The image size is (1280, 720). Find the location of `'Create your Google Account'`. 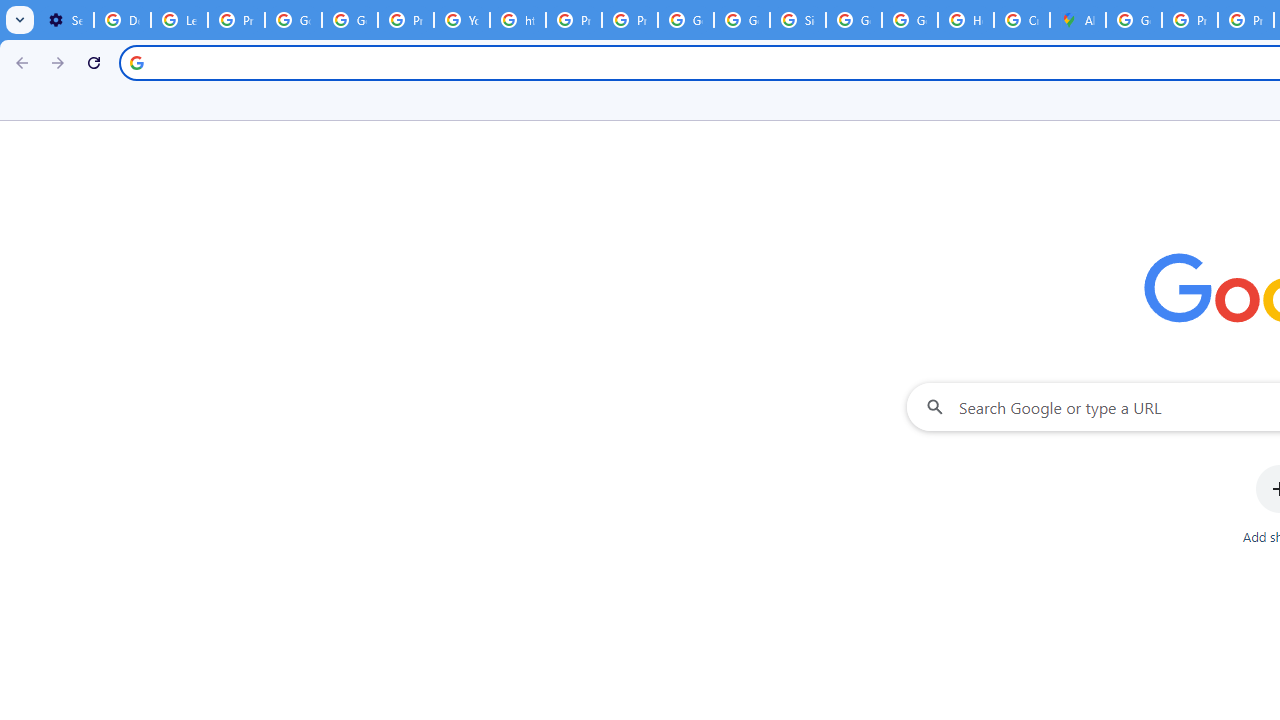

'Create your Google Account' is located at coordinates (1022, 20).